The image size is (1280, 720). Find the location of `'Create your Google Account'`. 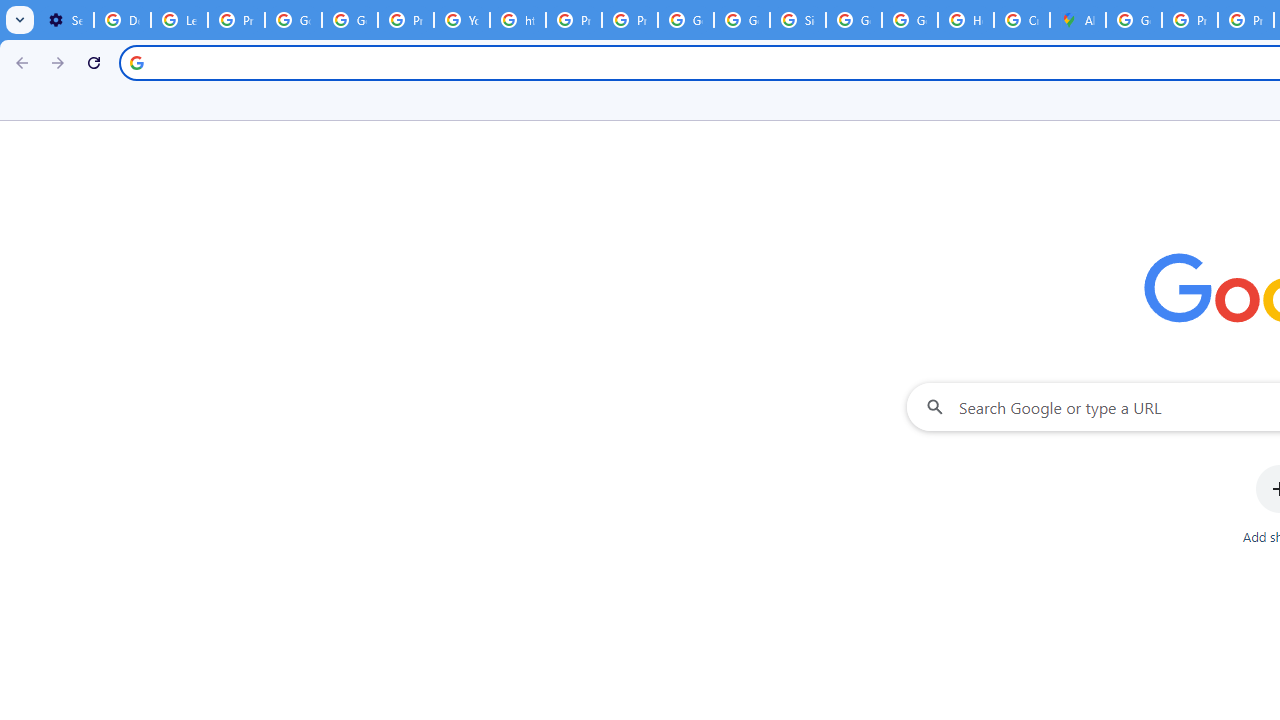

'Create your Google Account' is located at coordinates (1022, 20).